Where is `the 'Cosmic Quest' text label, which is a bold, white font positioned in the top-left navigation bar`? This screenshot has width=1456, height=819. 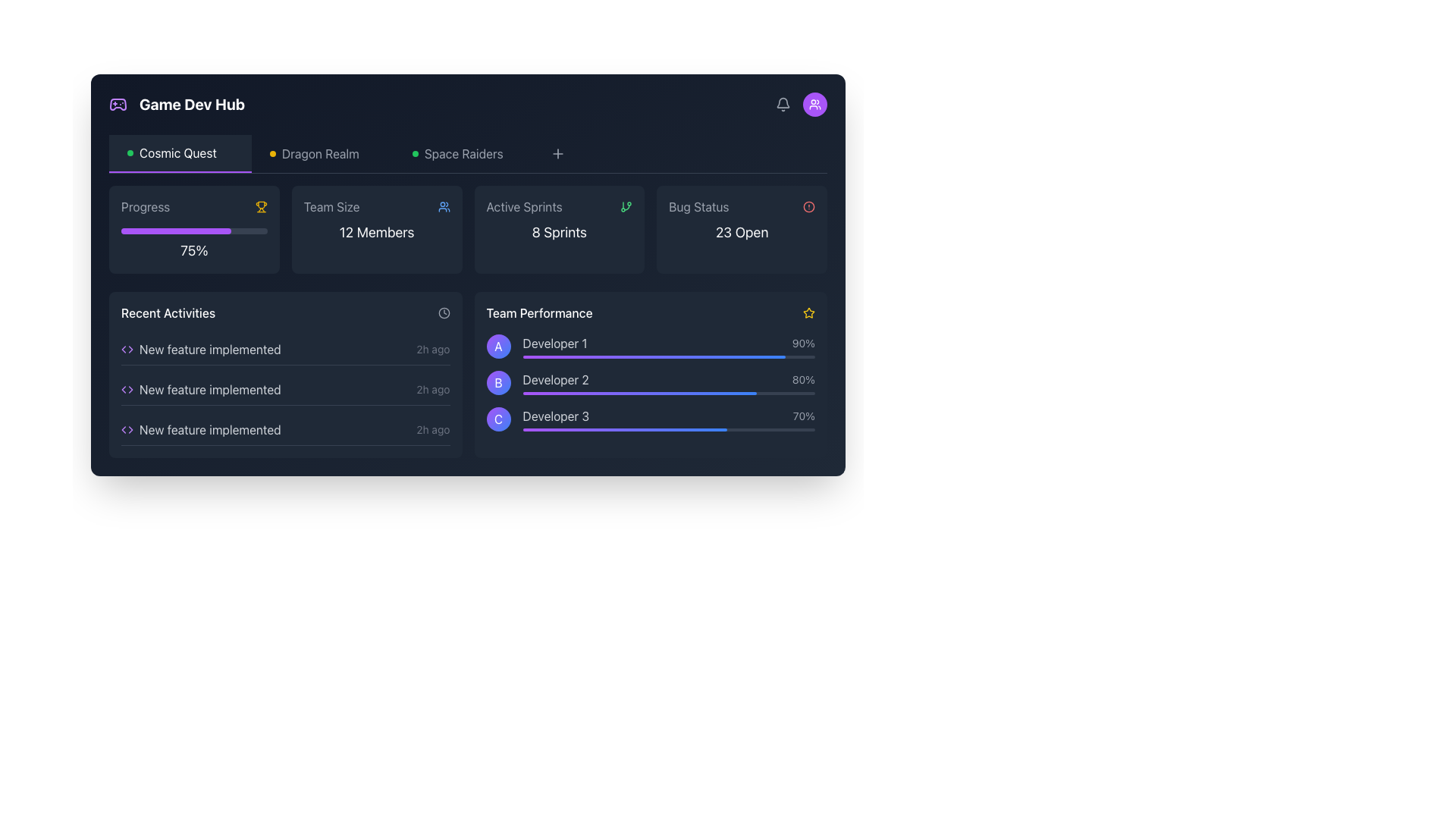
the 'Cosmic Quest' text label, which is a bold, white font positioned in the top-left navigation bar is located at coordinates (177, 152).